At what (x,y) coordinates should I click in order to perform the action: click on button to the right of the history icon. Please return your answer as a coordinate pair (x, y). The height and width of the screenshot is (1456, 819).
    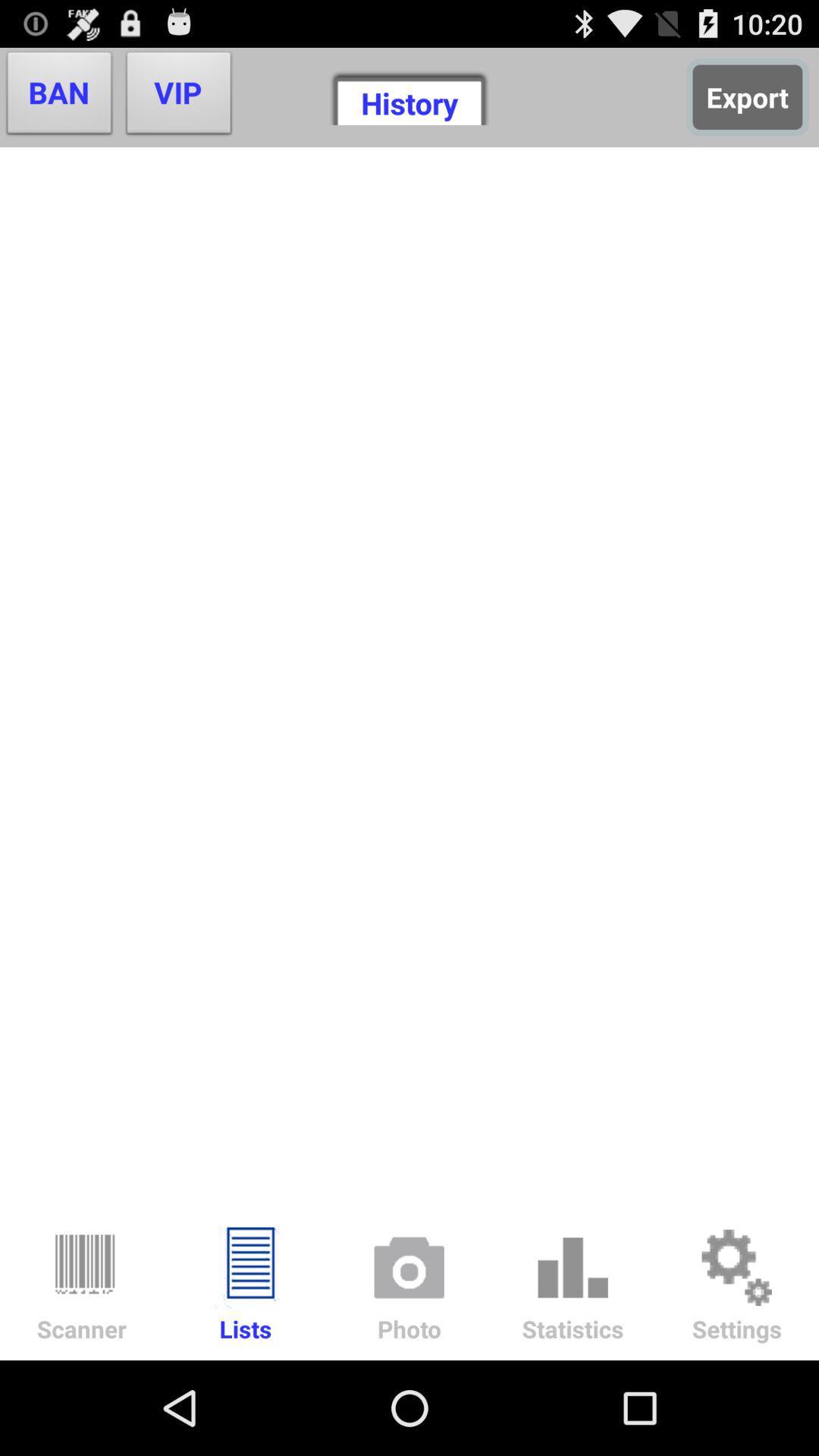
    Looking at the image, I should click on (746, 96).